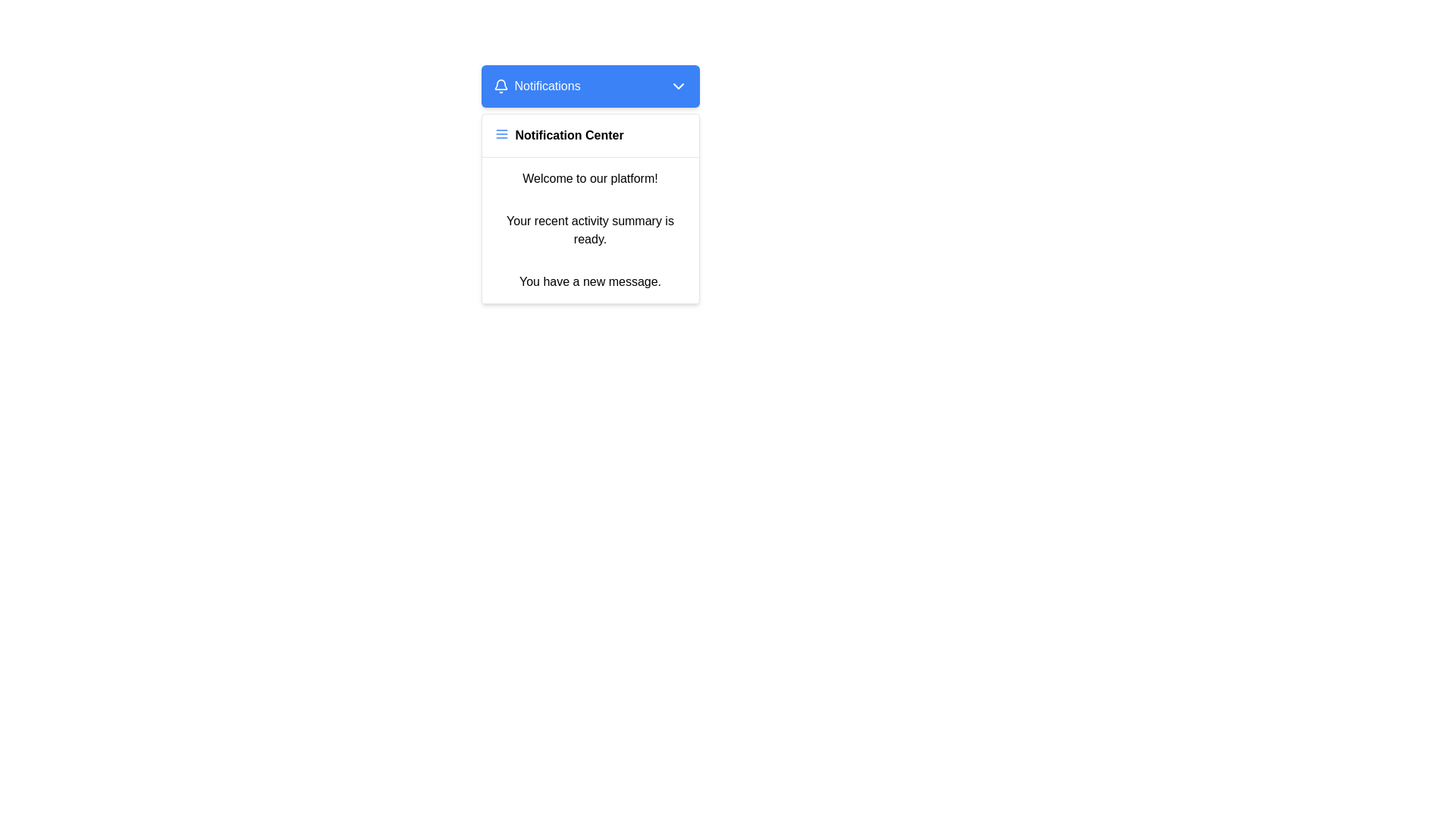 This screenshot has width=1456, height=819. What do you see at coordinates (589, 135) in the screenshot?
I see `the 'Notification Center' label which is bold and adjacent to a blue three-line menu icon, located below the 'Notifications' header` at bounding box center [589, 135].